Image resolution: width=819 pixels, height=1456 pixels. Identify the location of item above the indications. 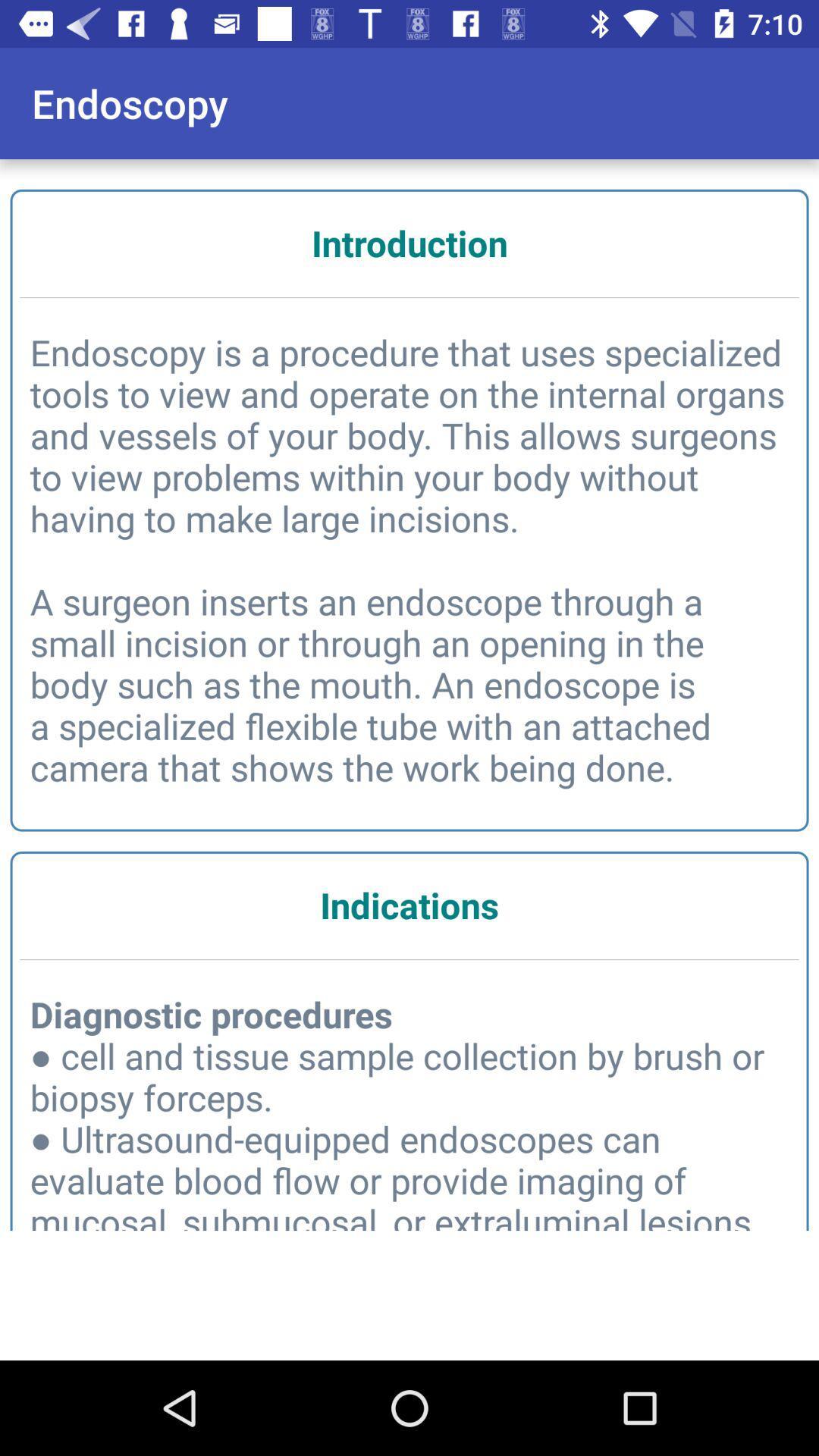
(409, 559).